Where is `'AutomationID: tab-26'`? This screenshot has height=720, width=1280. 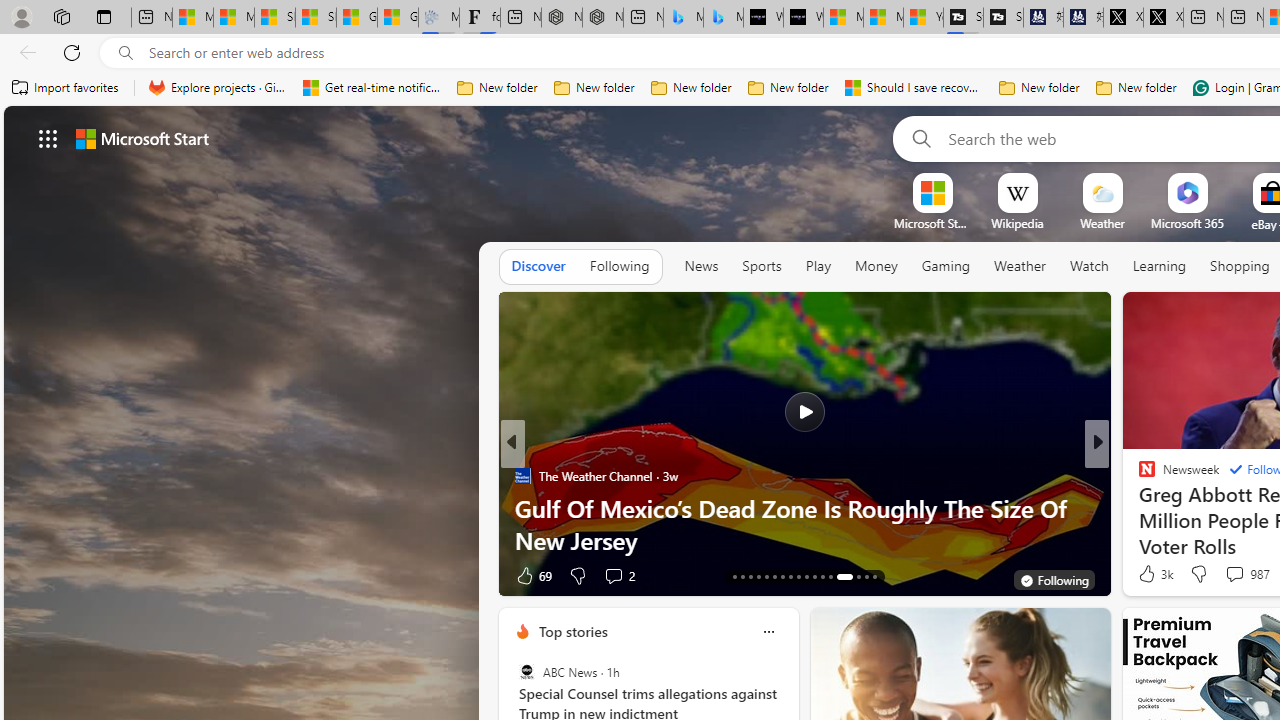
'AutomationID: tab-26' is located at coordinates (844, 577).